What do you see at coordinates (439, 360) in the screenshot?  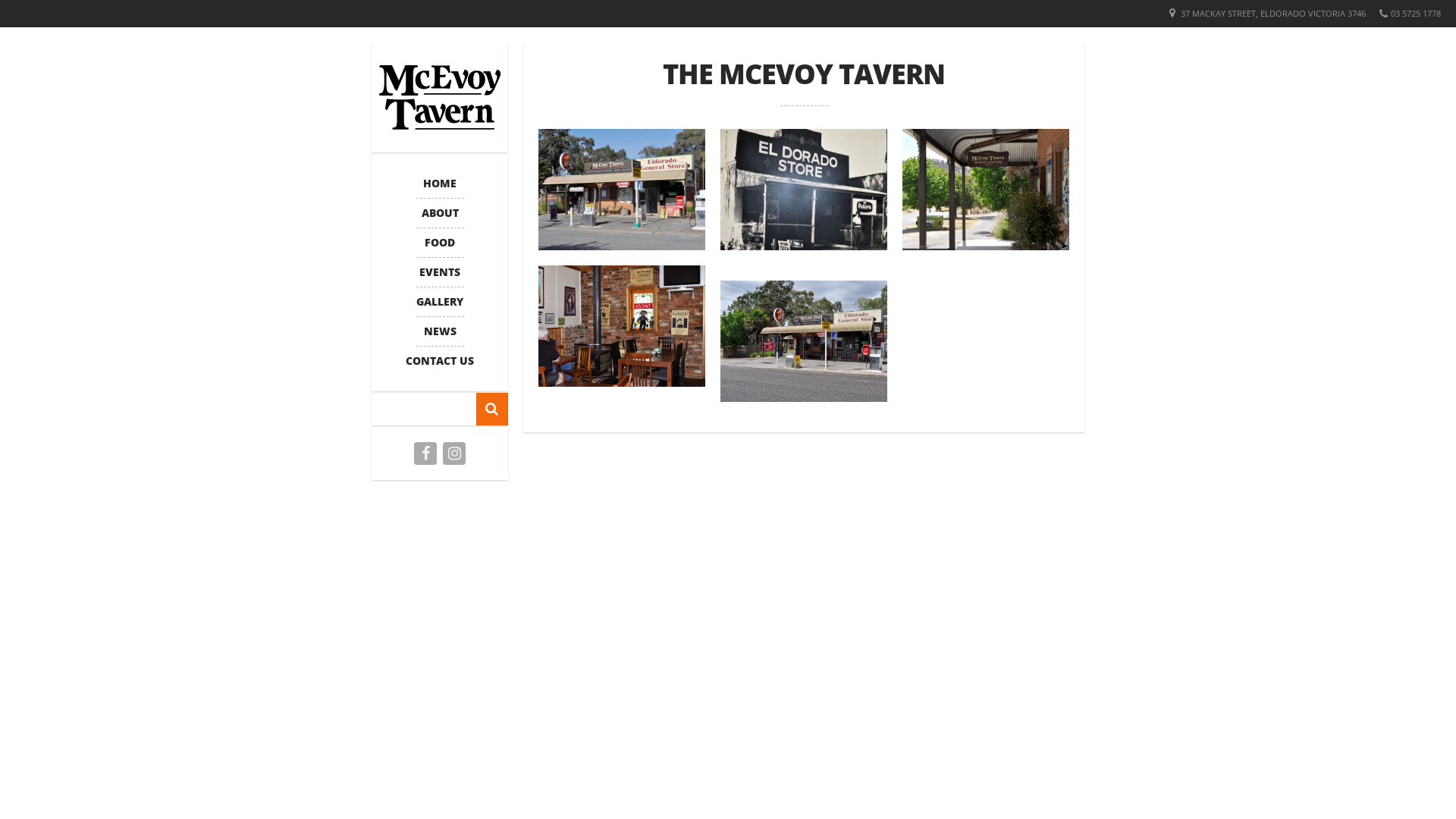 I see `'CONTACT US'` at bounding box center [439, 360].